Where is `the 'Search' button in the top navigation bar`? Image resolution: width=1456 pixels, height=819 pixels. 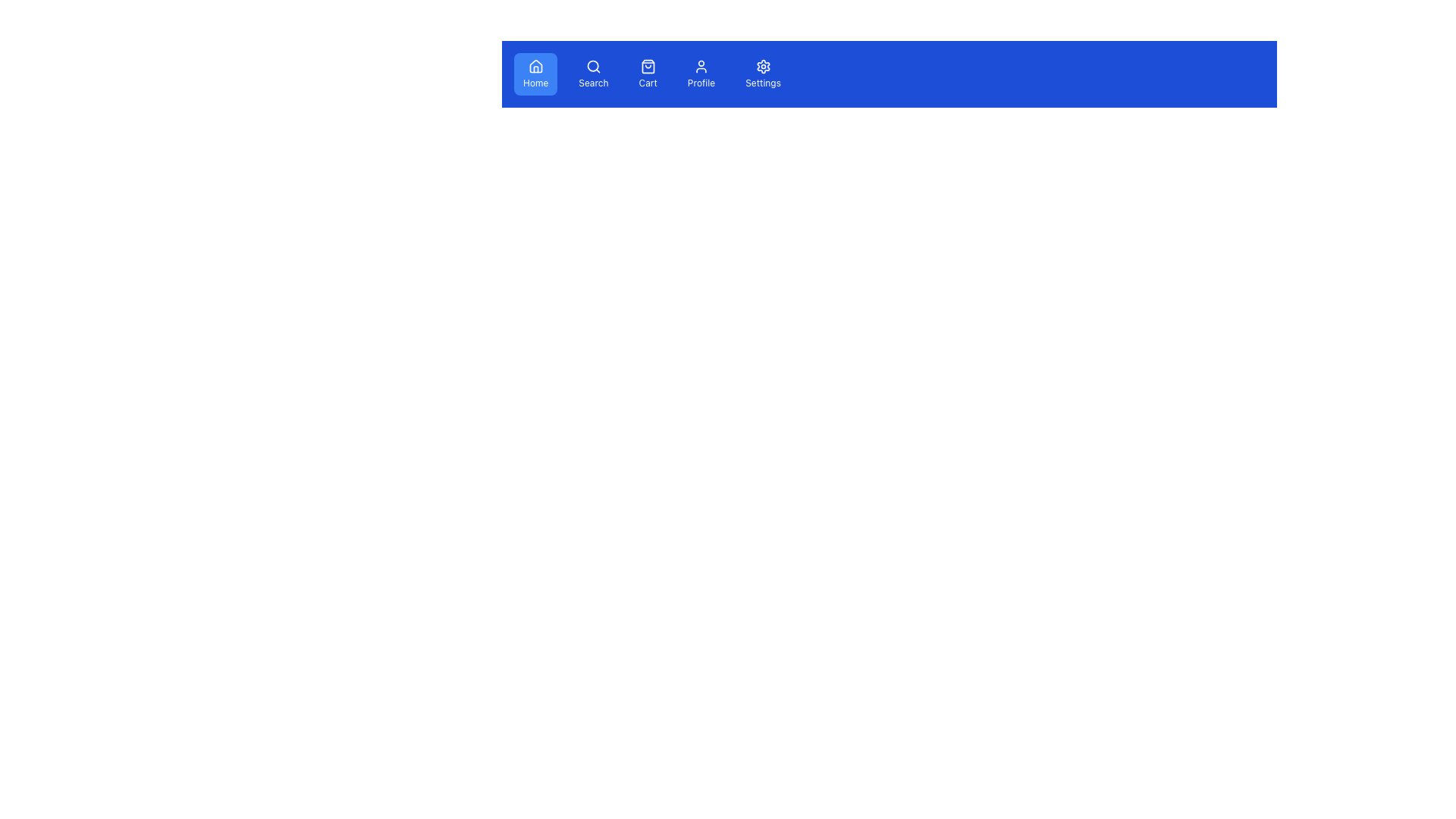 the 'Search' button in the top navigation bar is located at coordinates (592, 74).